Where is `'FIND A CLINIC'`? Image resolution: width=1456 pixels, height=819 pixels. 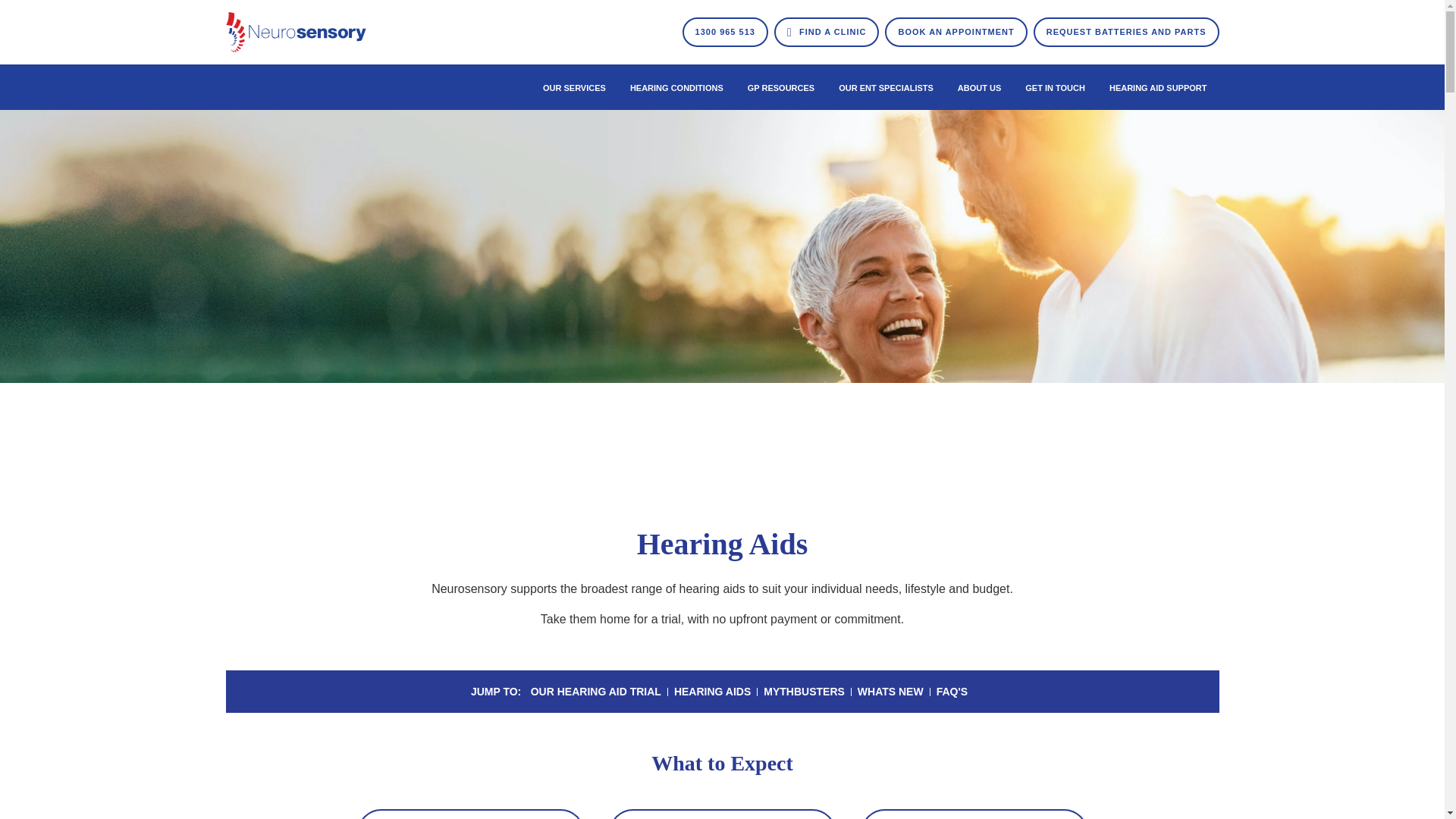
'FIND A CLINIC' is located at coordinates (826, 32).